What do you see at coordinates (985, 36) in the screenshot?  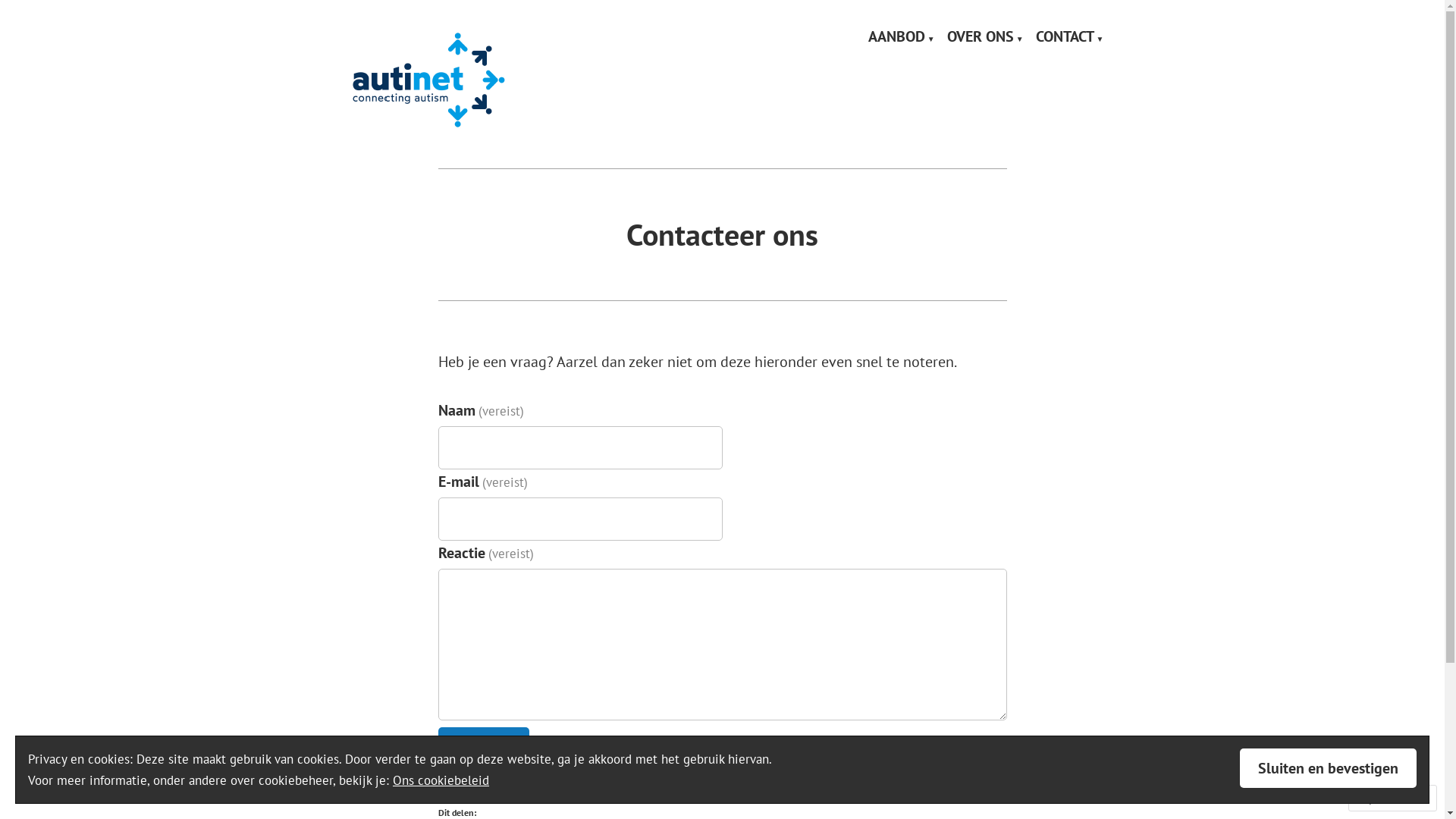 I see `'OVER ONS'` at bounding box center [985, 36].